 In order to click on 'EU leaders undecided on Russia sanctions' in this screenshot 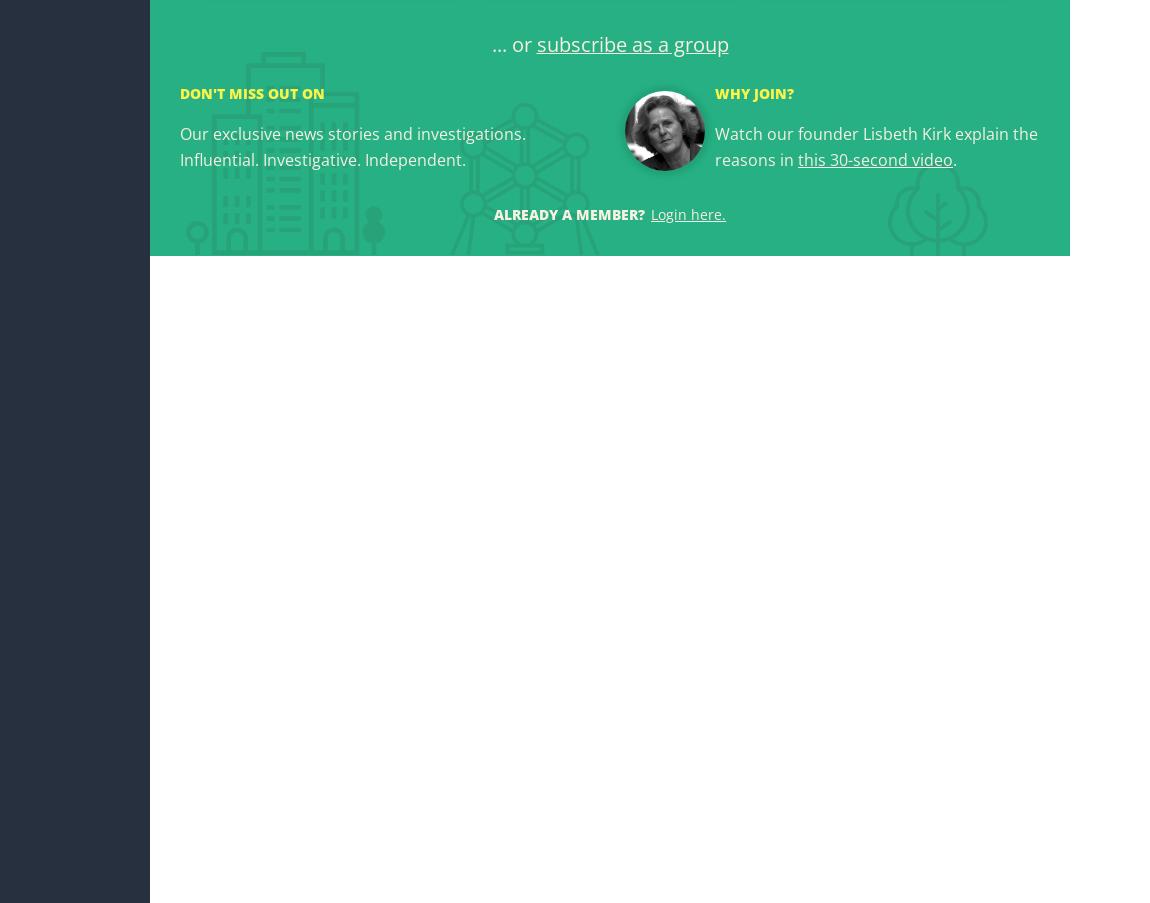, I will do `click(178, 407)`.